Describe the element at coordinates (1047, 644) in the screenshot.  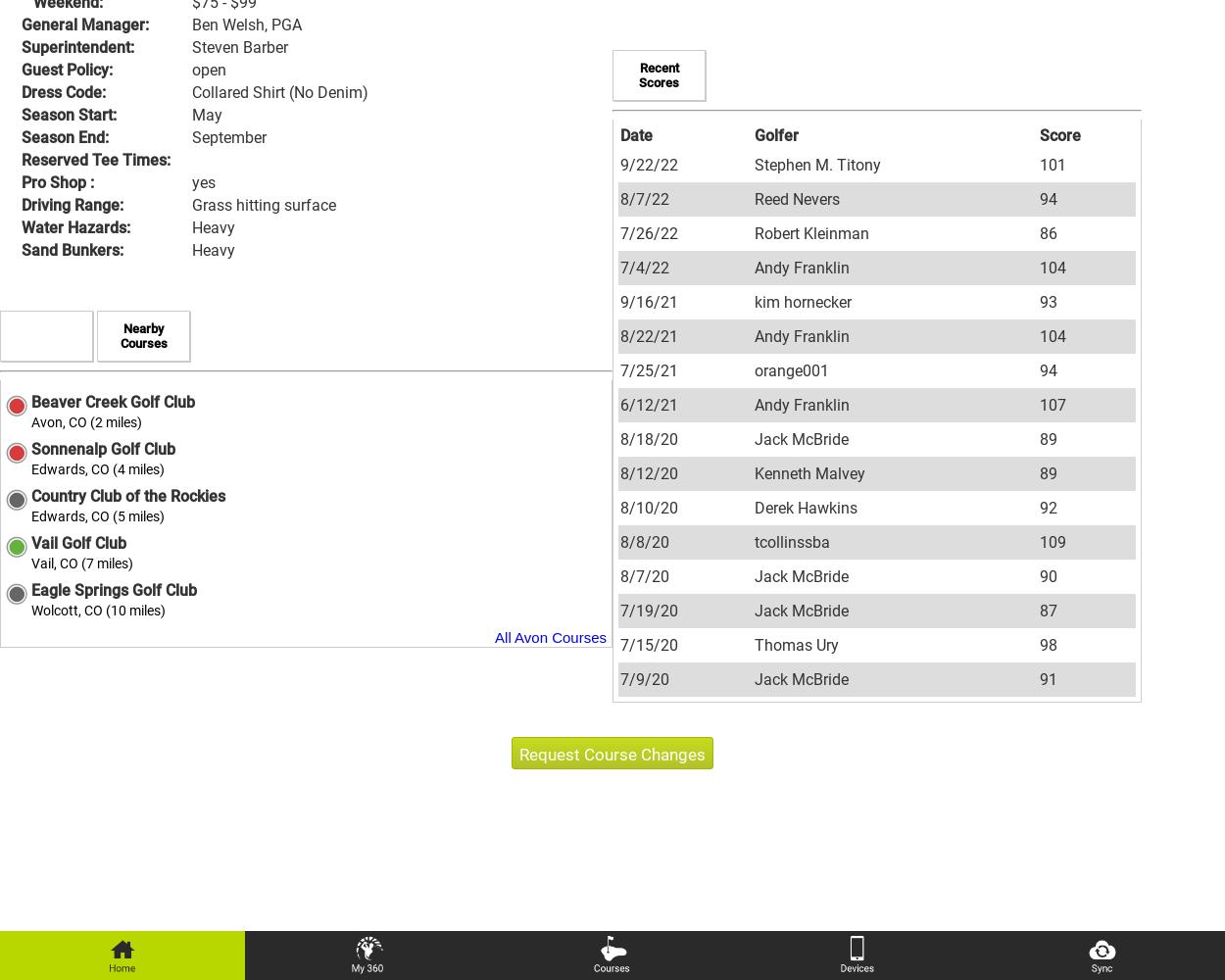
I see `'98'` at that location.